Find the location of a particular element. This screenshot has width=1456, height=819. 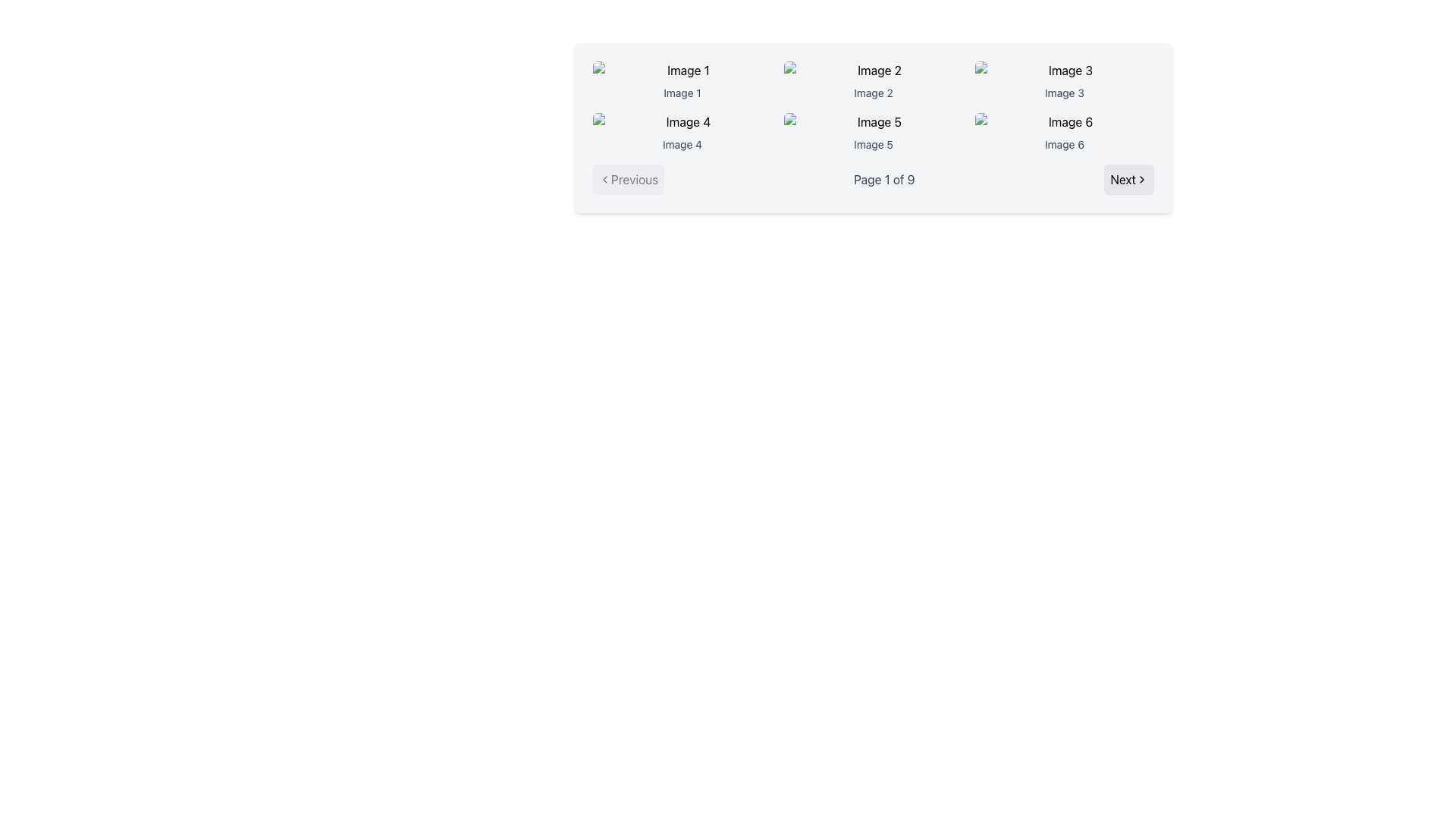

the image placeholder showing a broken image icon with alt-text 'Image 6' located is located at coordinates (1063, 121).